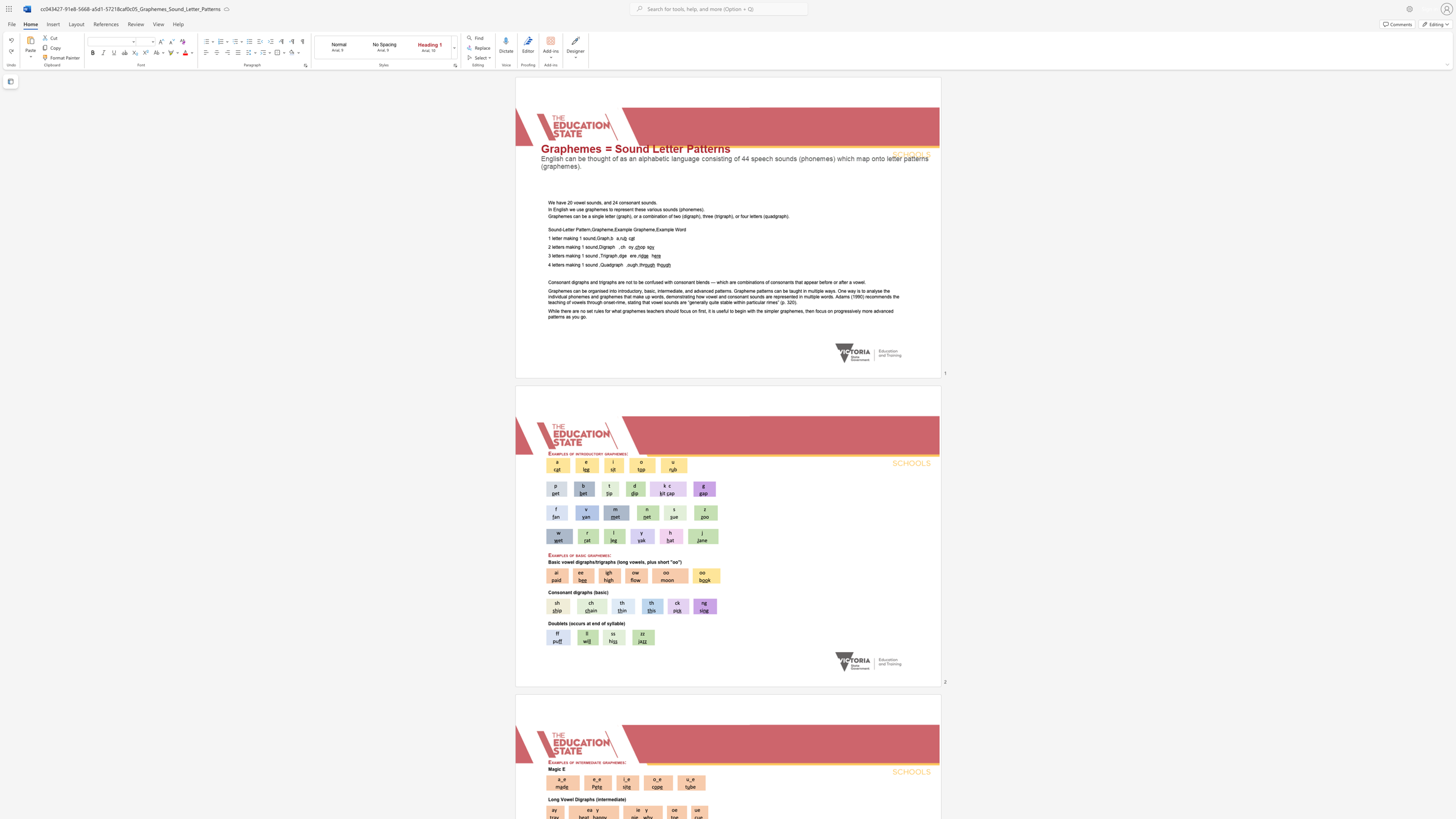 The image size is (1456, 819). What do you see at coordinates (613, 229) in the screenshot?
I see `the subset text ",Example Grapheme,Exa" within the text "Sound-Letter Pattern,Grapheme,Example Grapheme,Example Word"` at bounding box center [613, 229].